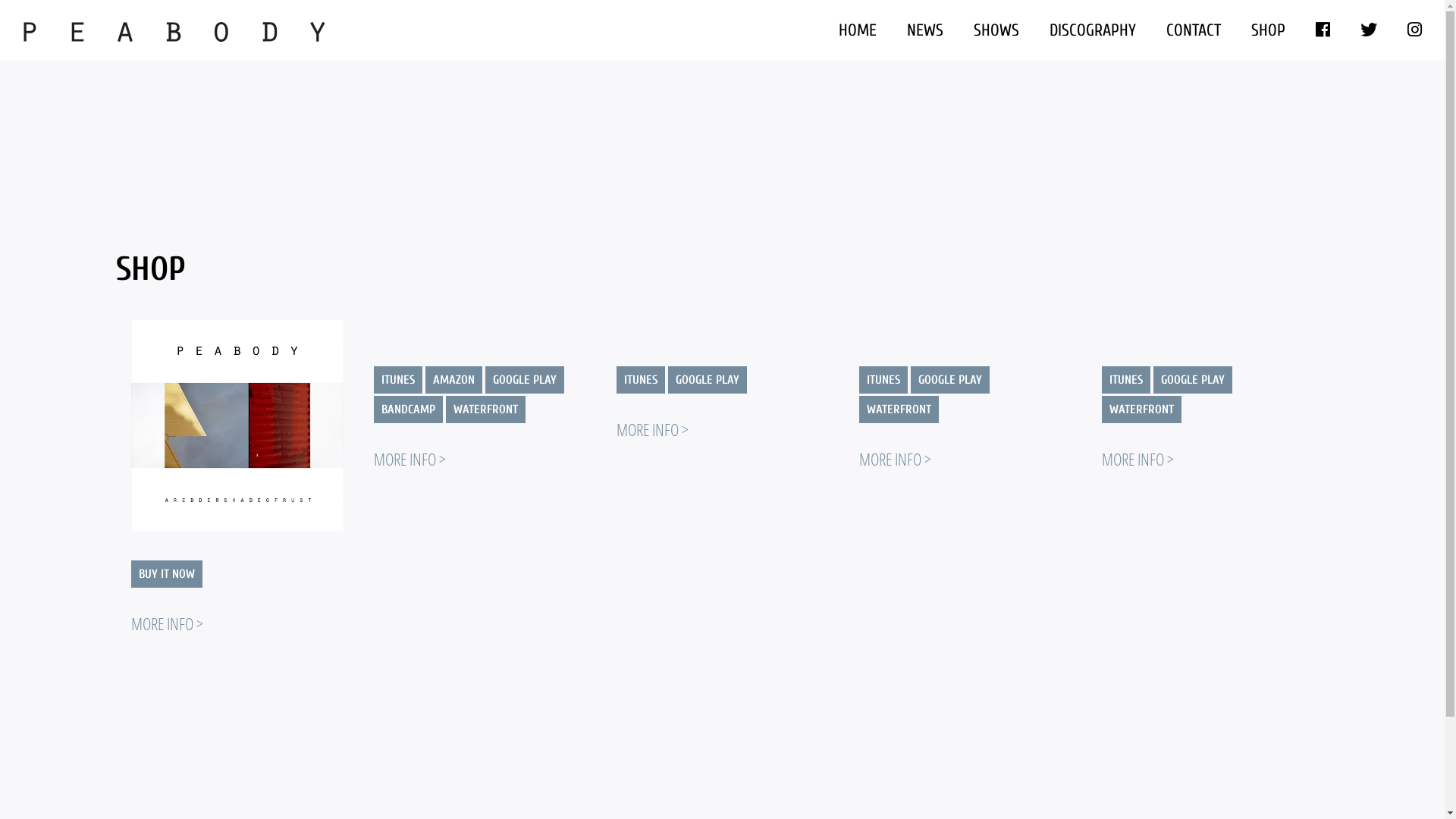 This screenshot has height=819, width=1456. Describe the element at coordinates (898, 409) in the screenshot. I see `'WATERFRONT'` at that location.